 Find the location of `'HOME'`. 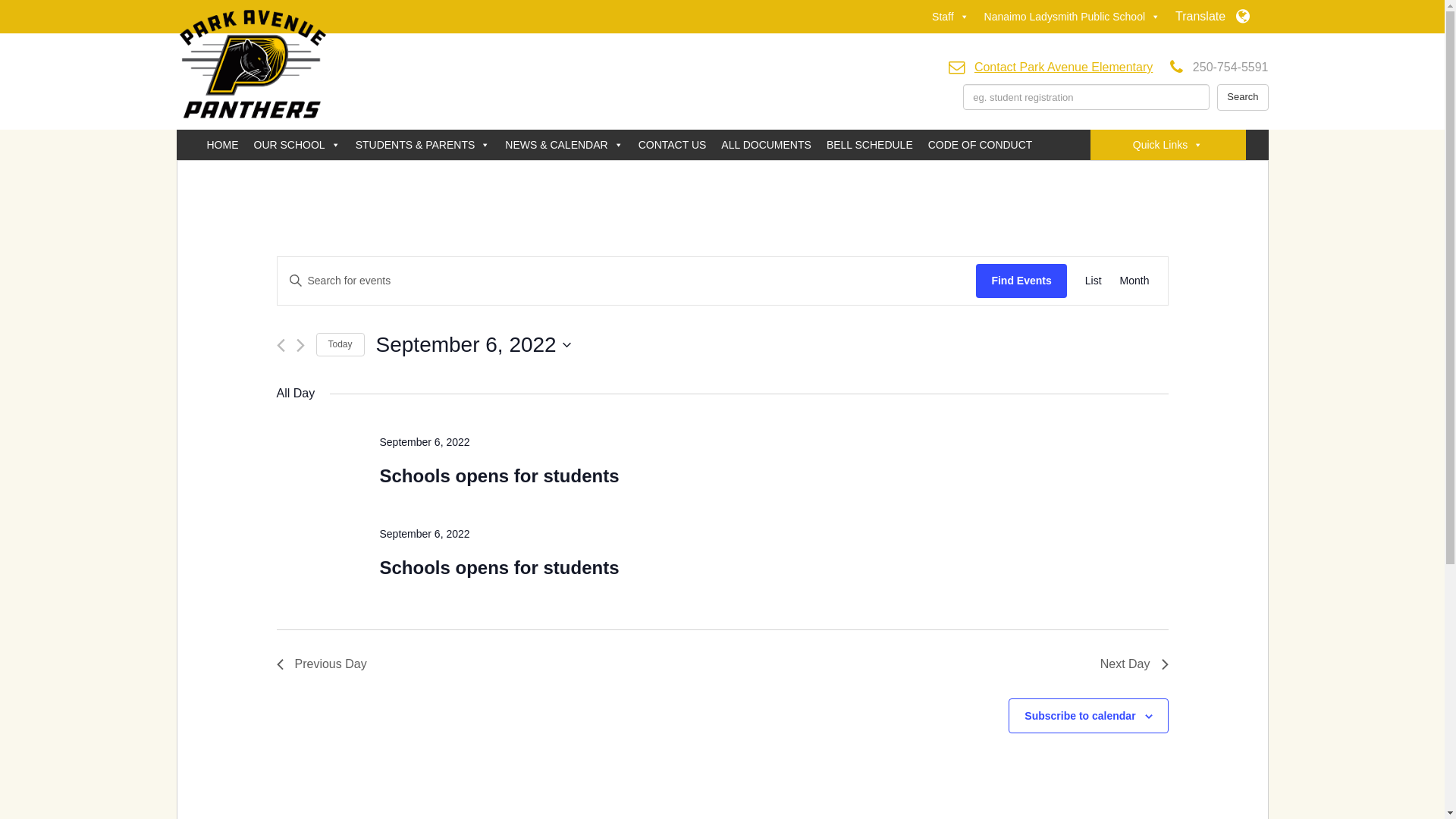

'HOME' is located at coordinates (221, 145).